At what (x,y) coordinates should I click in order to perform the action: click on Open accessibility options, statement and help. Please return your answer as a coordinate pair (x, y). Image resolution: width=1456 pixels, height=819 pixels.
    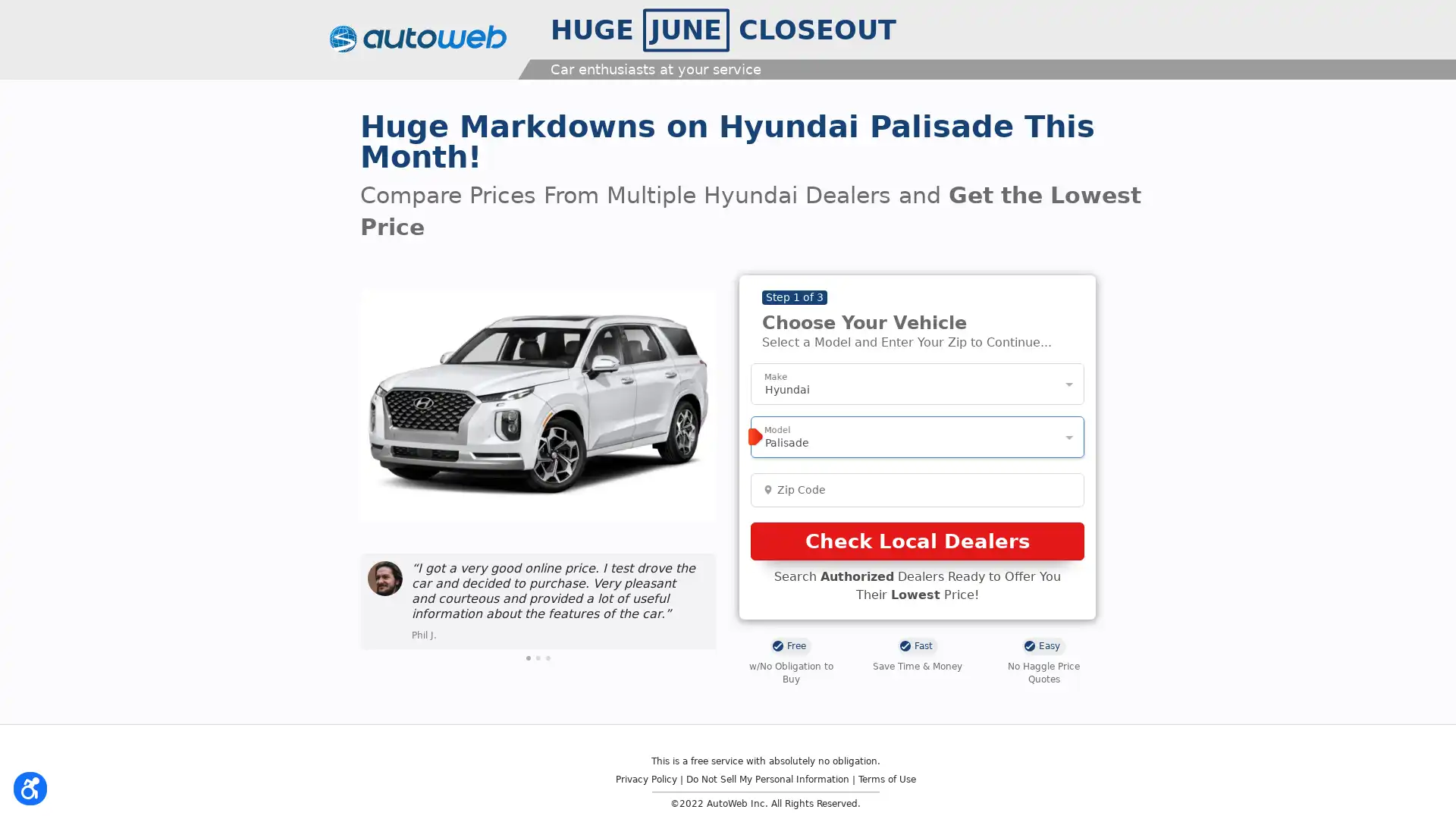
    Looking at the image, I should click on (32, 786).